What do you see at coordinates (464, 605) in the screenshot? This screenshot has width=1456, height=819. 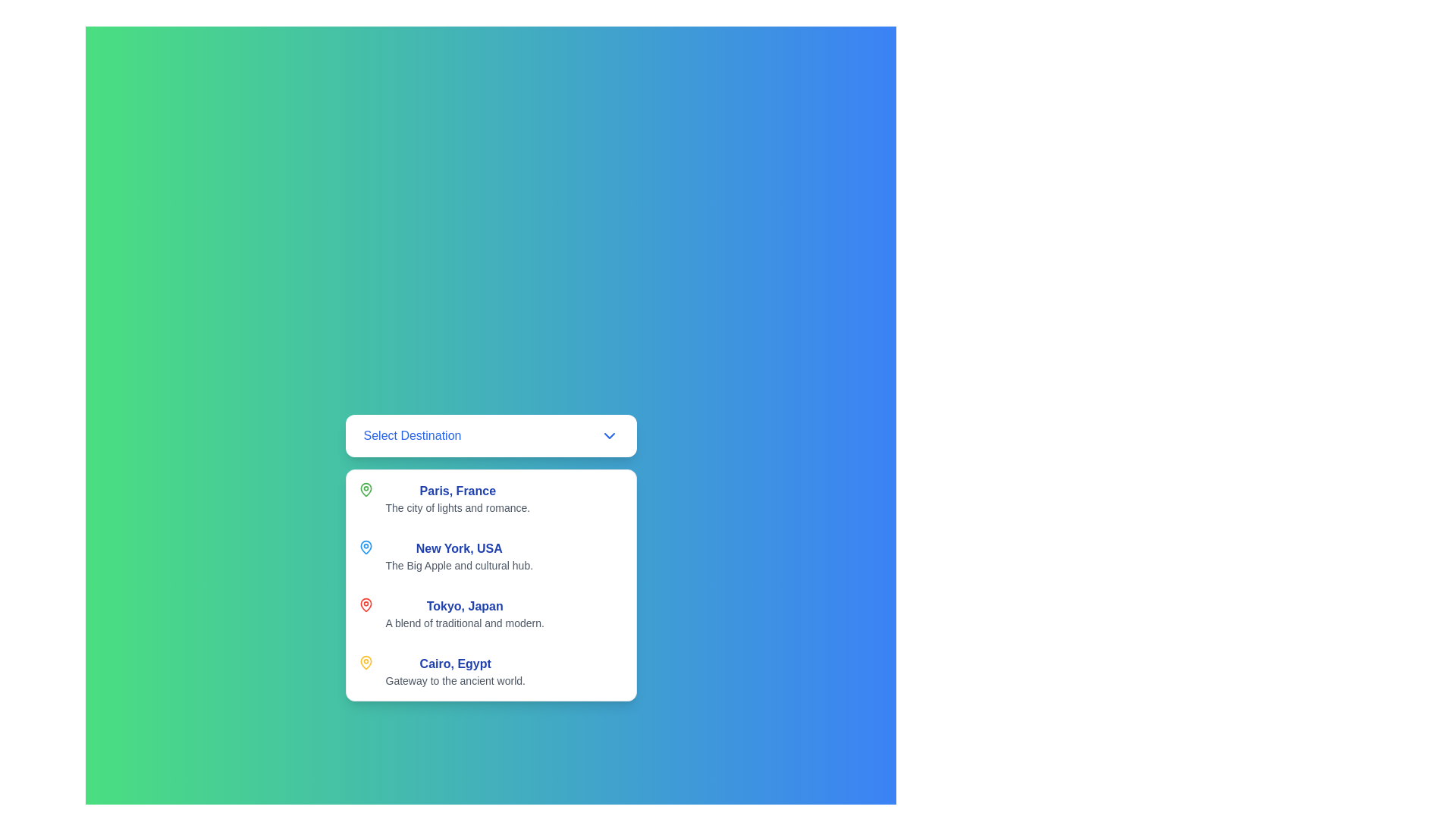 I see `the selectable text label for the location 'Tokyo, Japan' in the dropdown menu` at bounding box center [464, 605].